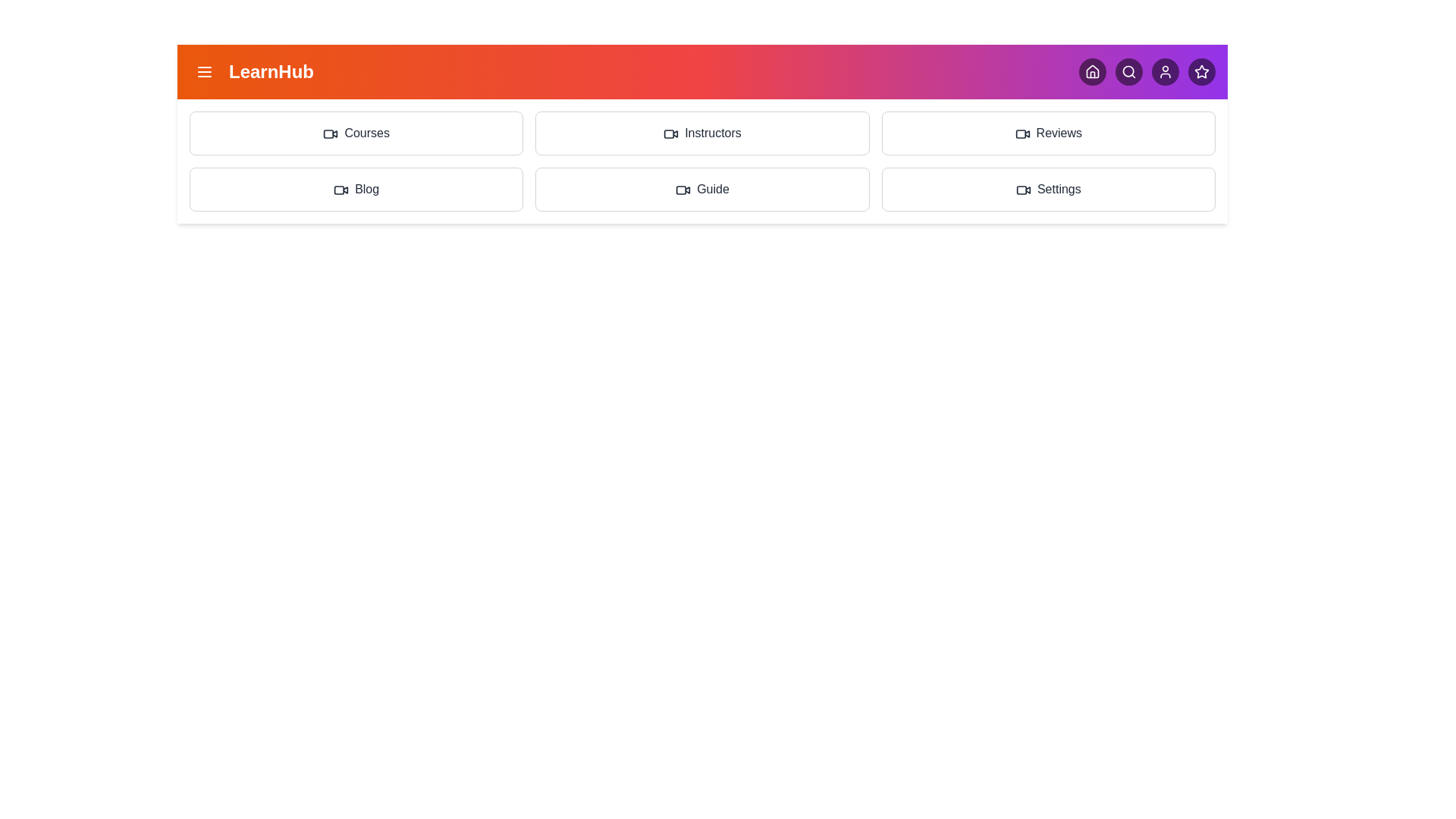  I want to click on the menu item Blog, so click(356, 189).